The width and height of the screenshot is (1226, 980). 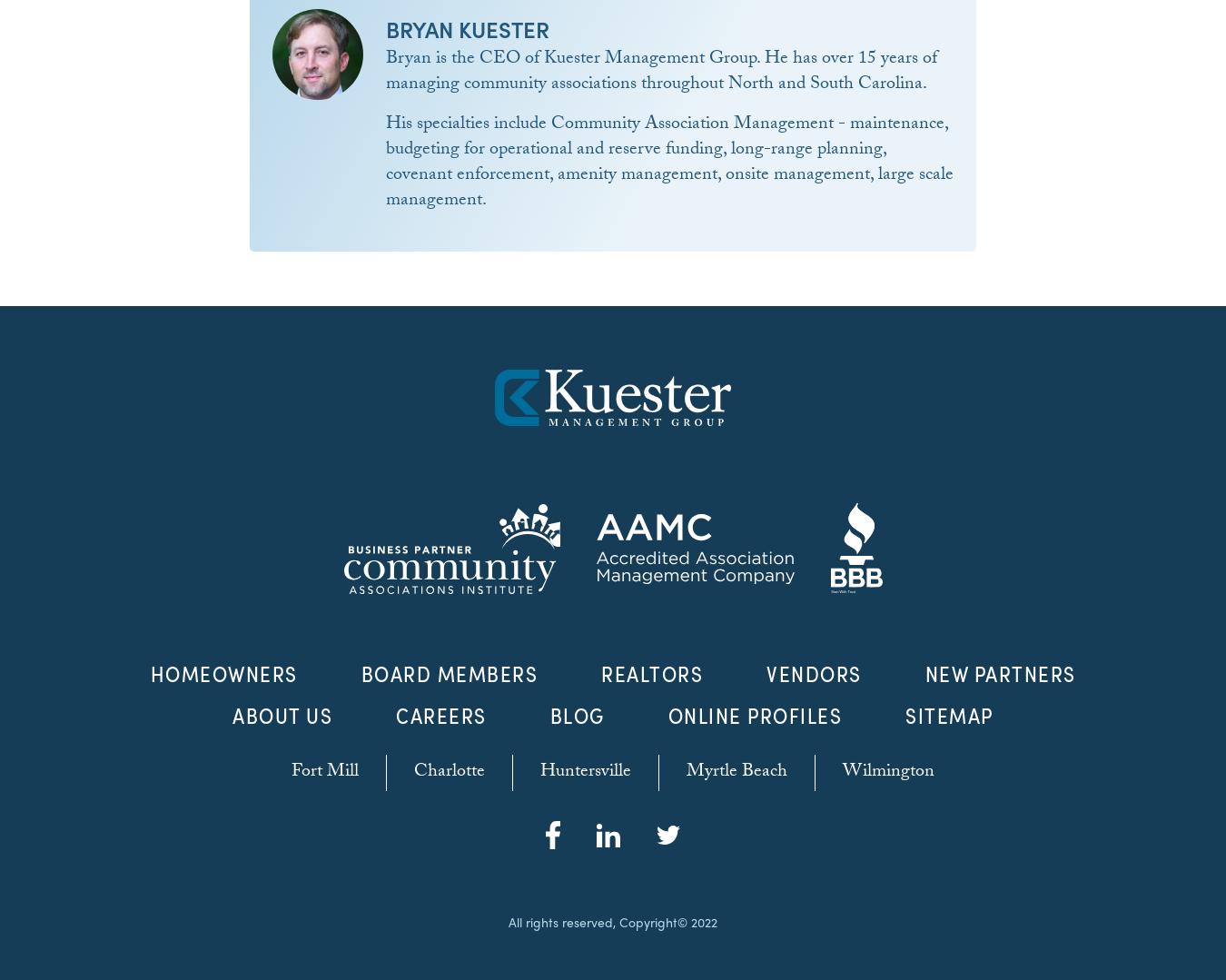 I want to click on 'Careers', so click(x=440, y=715).